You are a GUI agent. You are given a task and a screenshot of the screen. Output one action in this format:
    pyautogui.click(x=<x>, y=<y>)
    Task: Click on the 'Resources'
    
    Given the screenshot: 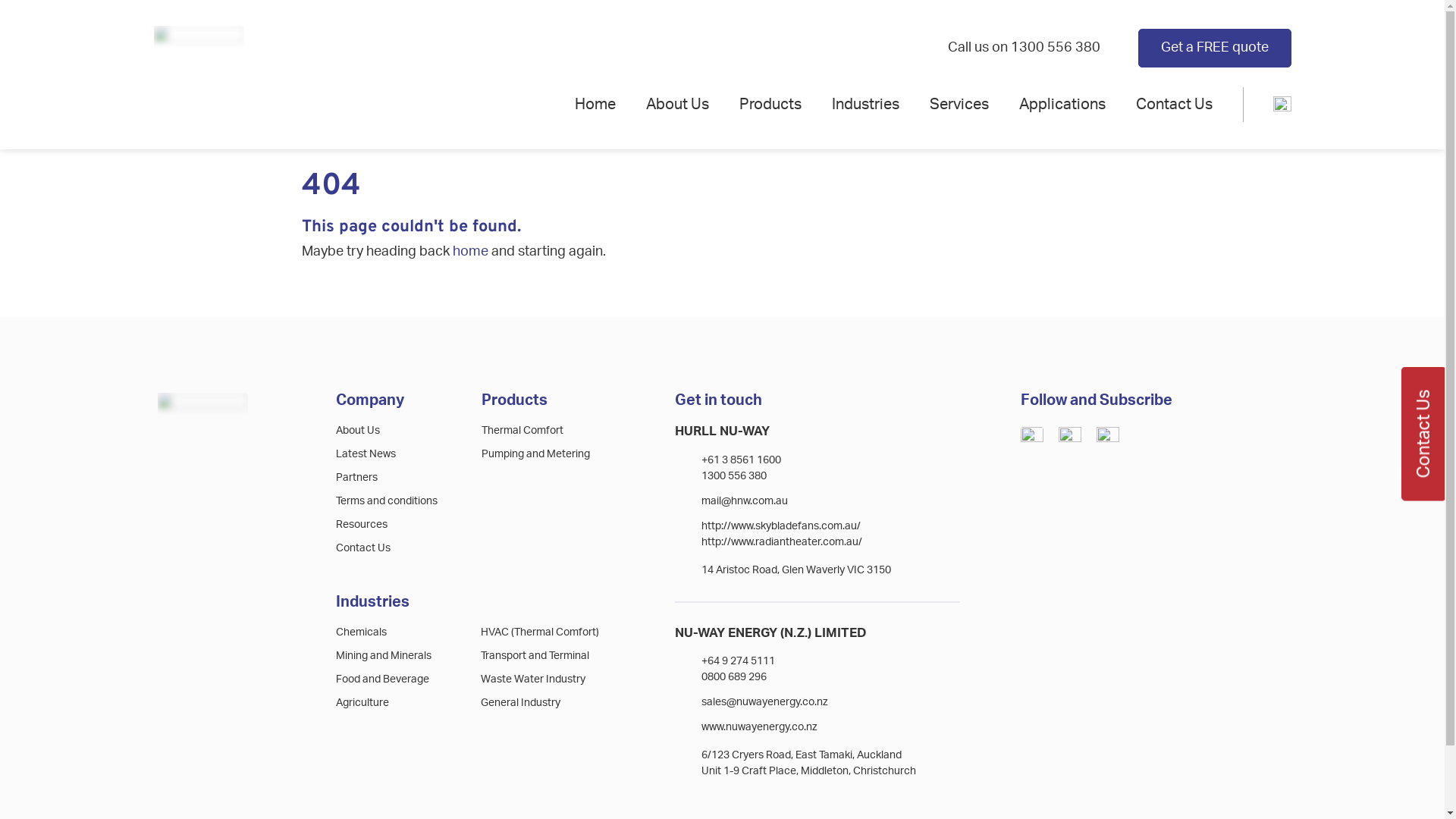 What is the action you would take?
    pyautogui.click(x=334, y=523)
    